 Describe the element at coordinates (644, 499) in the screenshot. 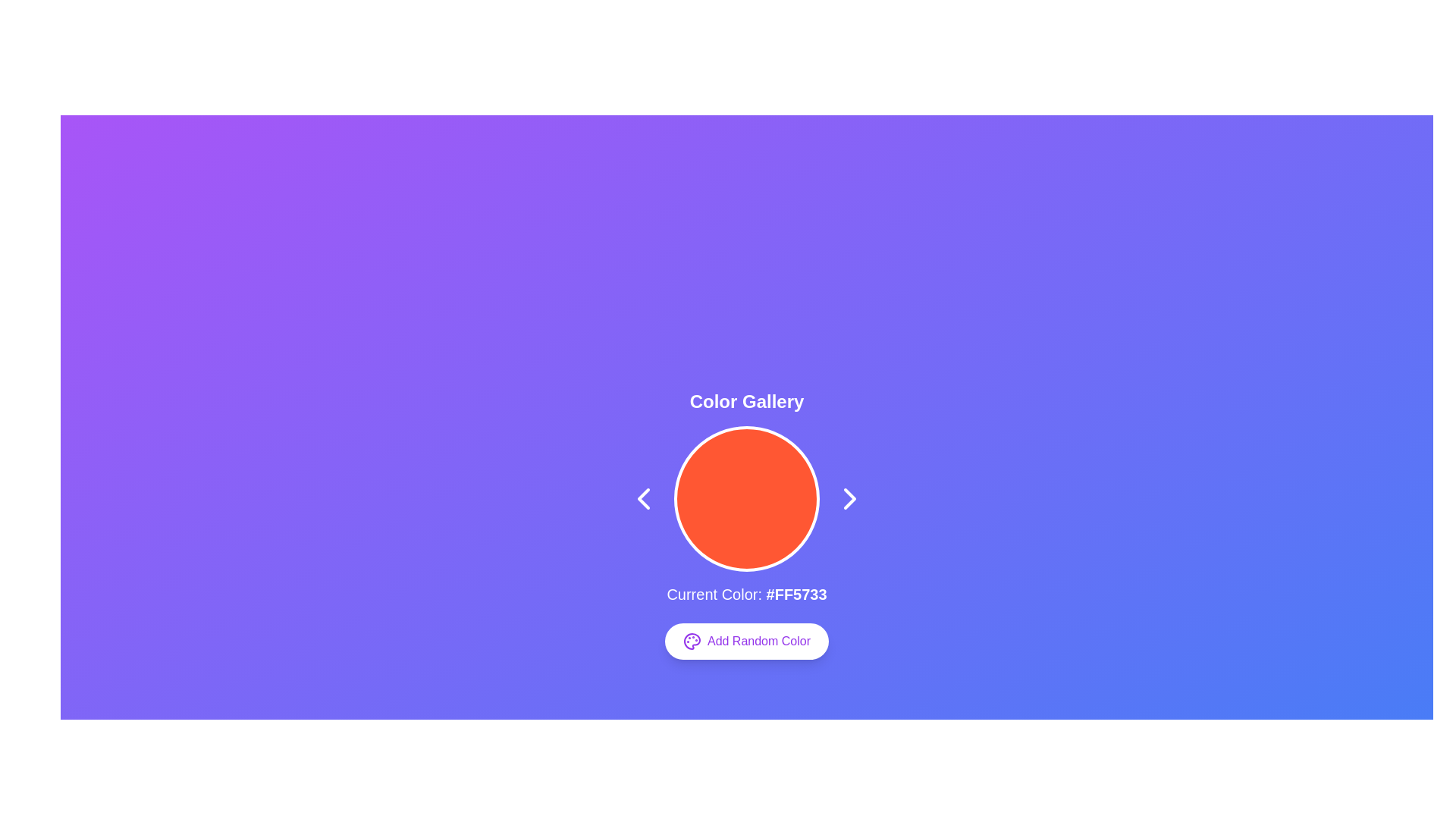

I see `the left-pointing chevron icon, which is styled with a white color on a purple background and is located on the left side of a circular color display` at that location.